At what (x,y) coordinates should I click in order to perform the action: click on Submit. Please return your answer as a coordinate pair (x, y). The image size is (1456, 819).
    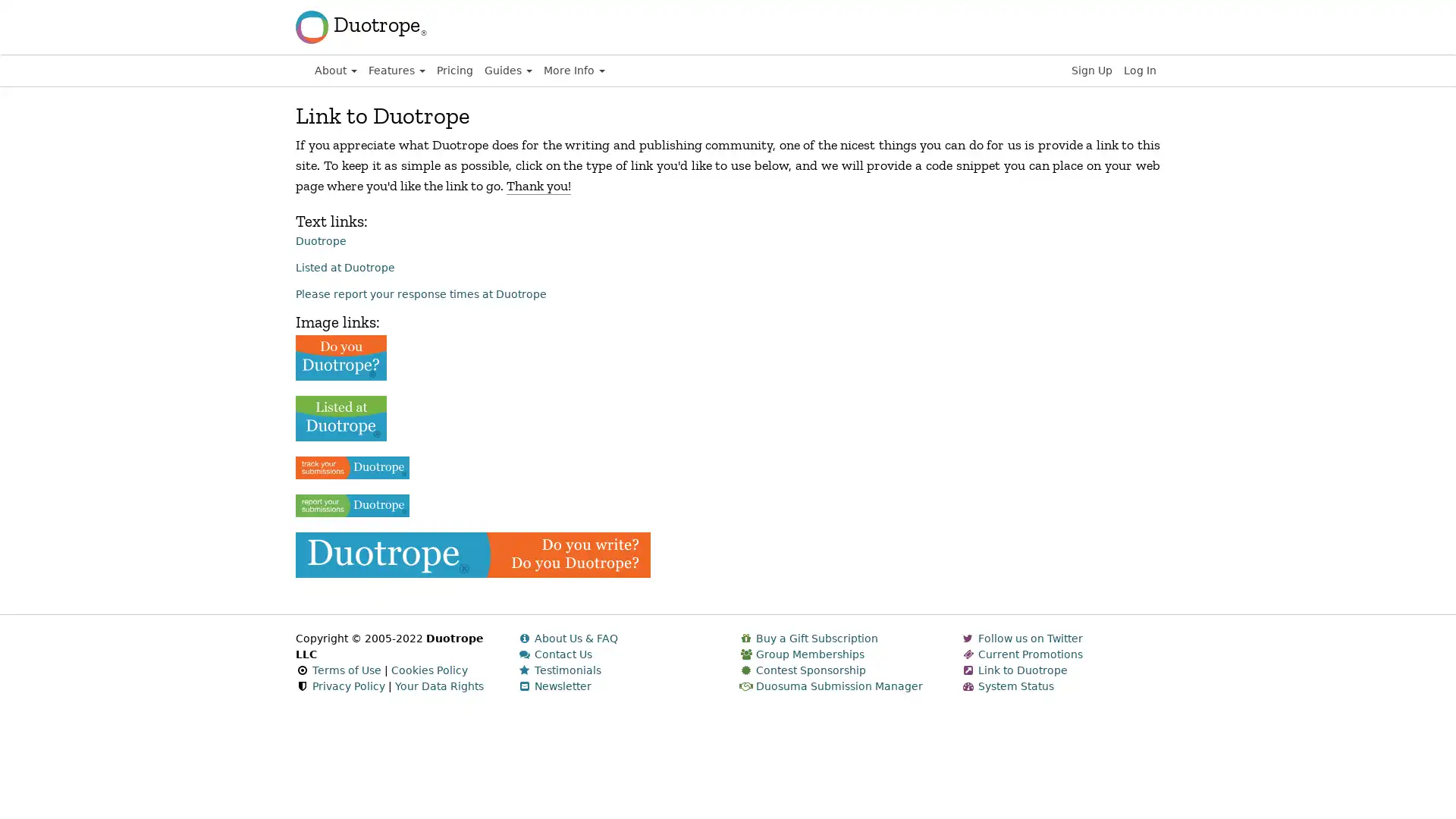
    Looking at the image, I should click on (340, 418).